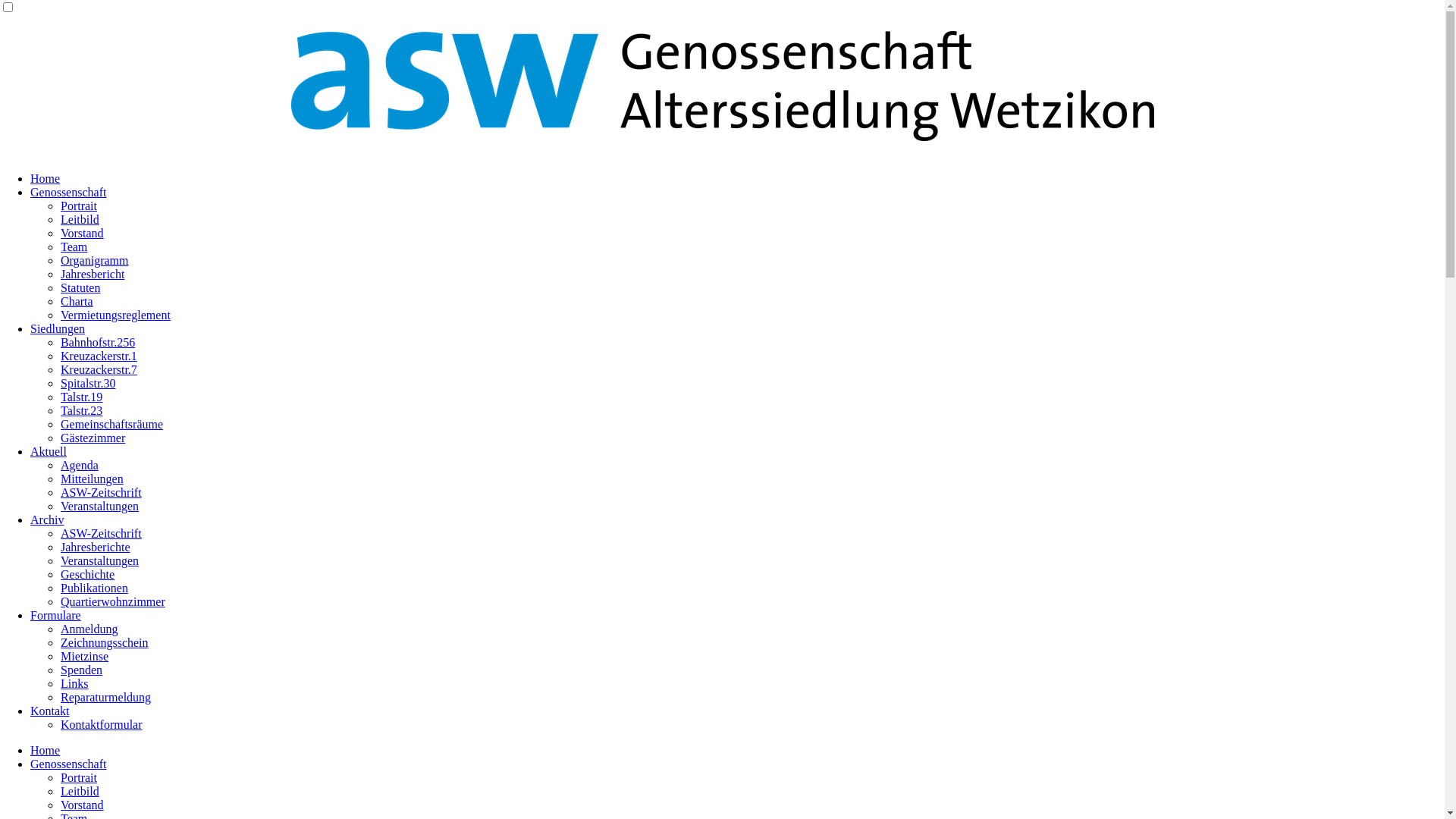  What do you see at coordinates (80, 396) in the screenshot?
I see `'Talstr.19'` at bounding box center [80, 396].